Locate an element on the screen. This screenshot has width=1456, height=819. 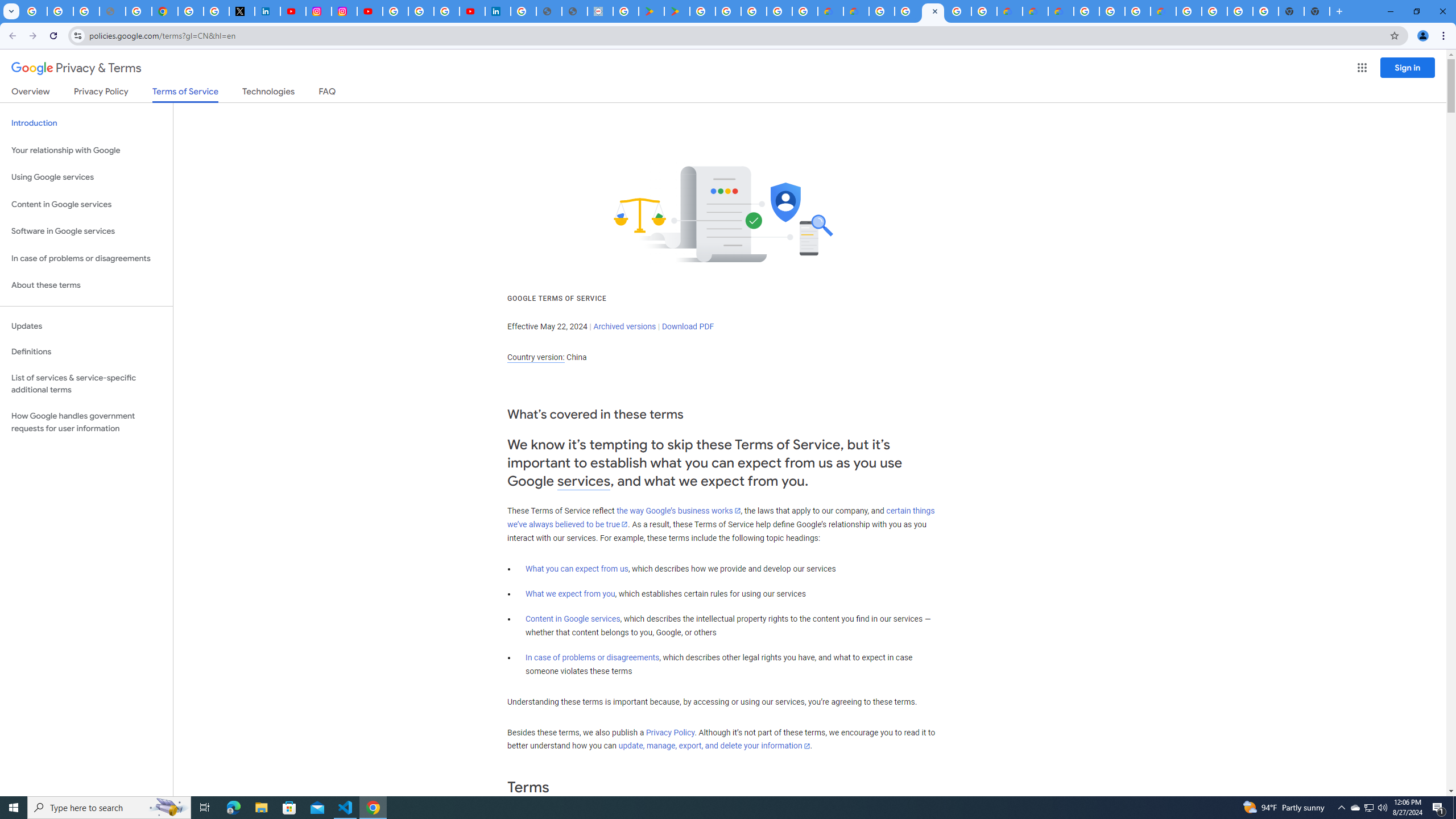
'Browse Chrome as a guest - Computer - Google Chrome Help' is located at coordinates (1137, 11).